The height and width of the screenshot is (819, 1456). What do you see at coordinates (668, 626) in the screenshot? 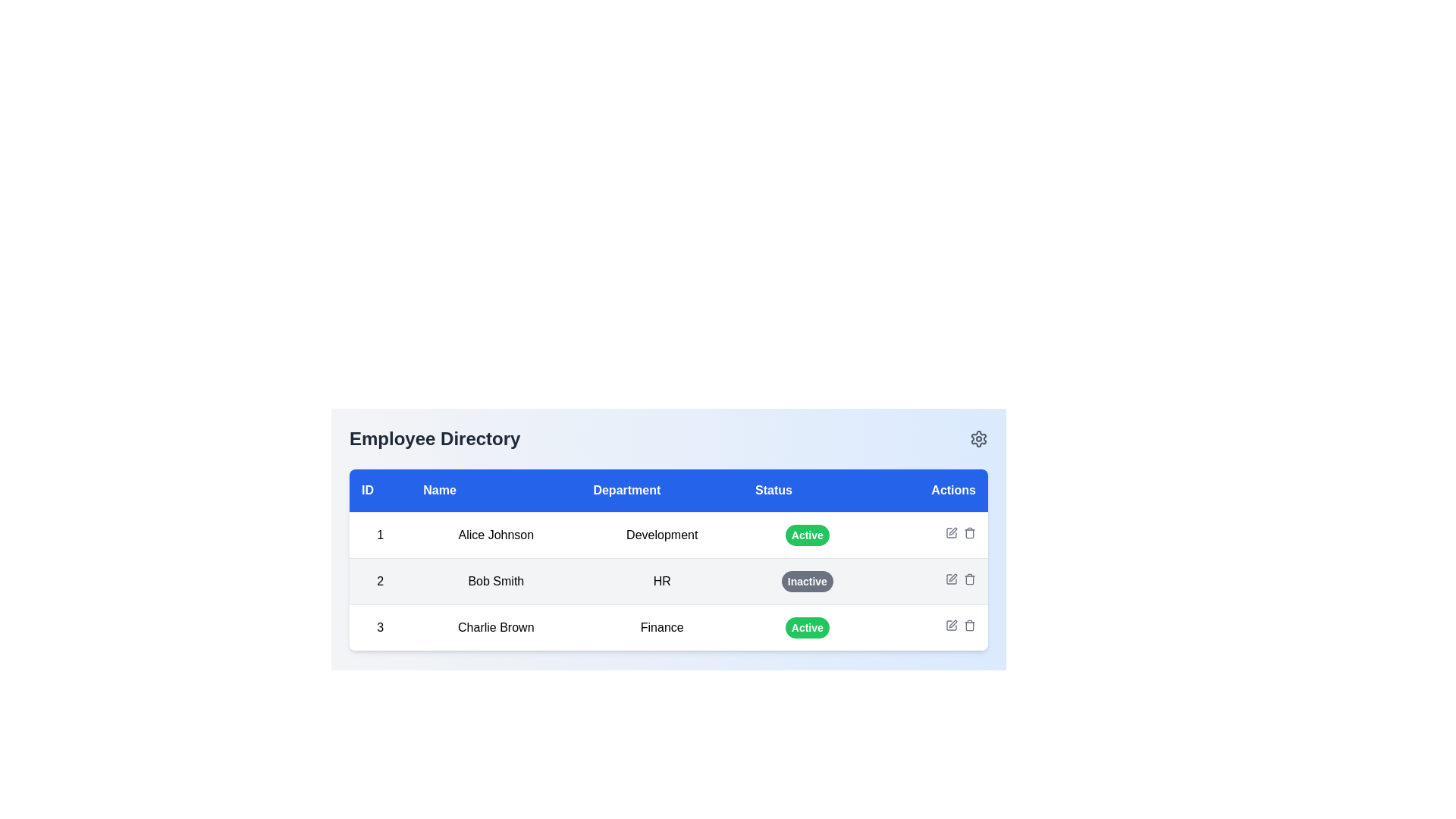
I see `the third row in the employee directory table` at bounding box center [668, 626].